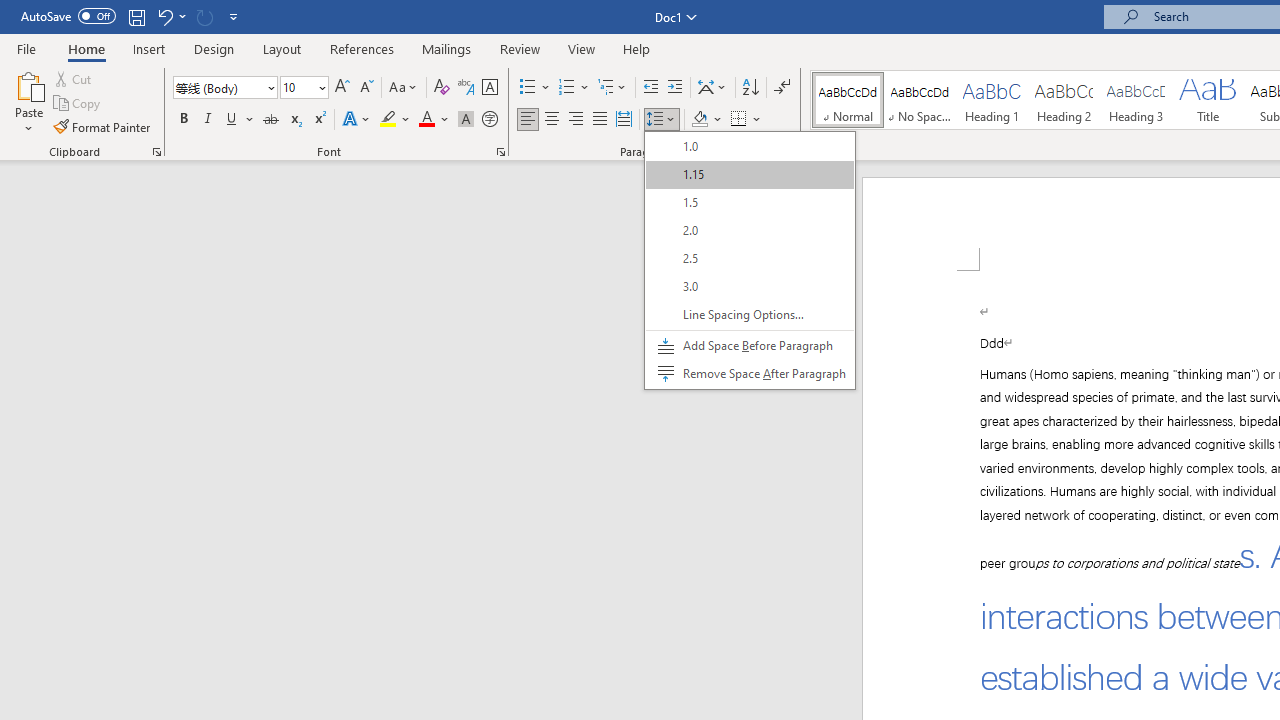 Image resolution: width=1280 pixels, height=720 pixels. I want to click on 'Align Right', so click(575, 119).